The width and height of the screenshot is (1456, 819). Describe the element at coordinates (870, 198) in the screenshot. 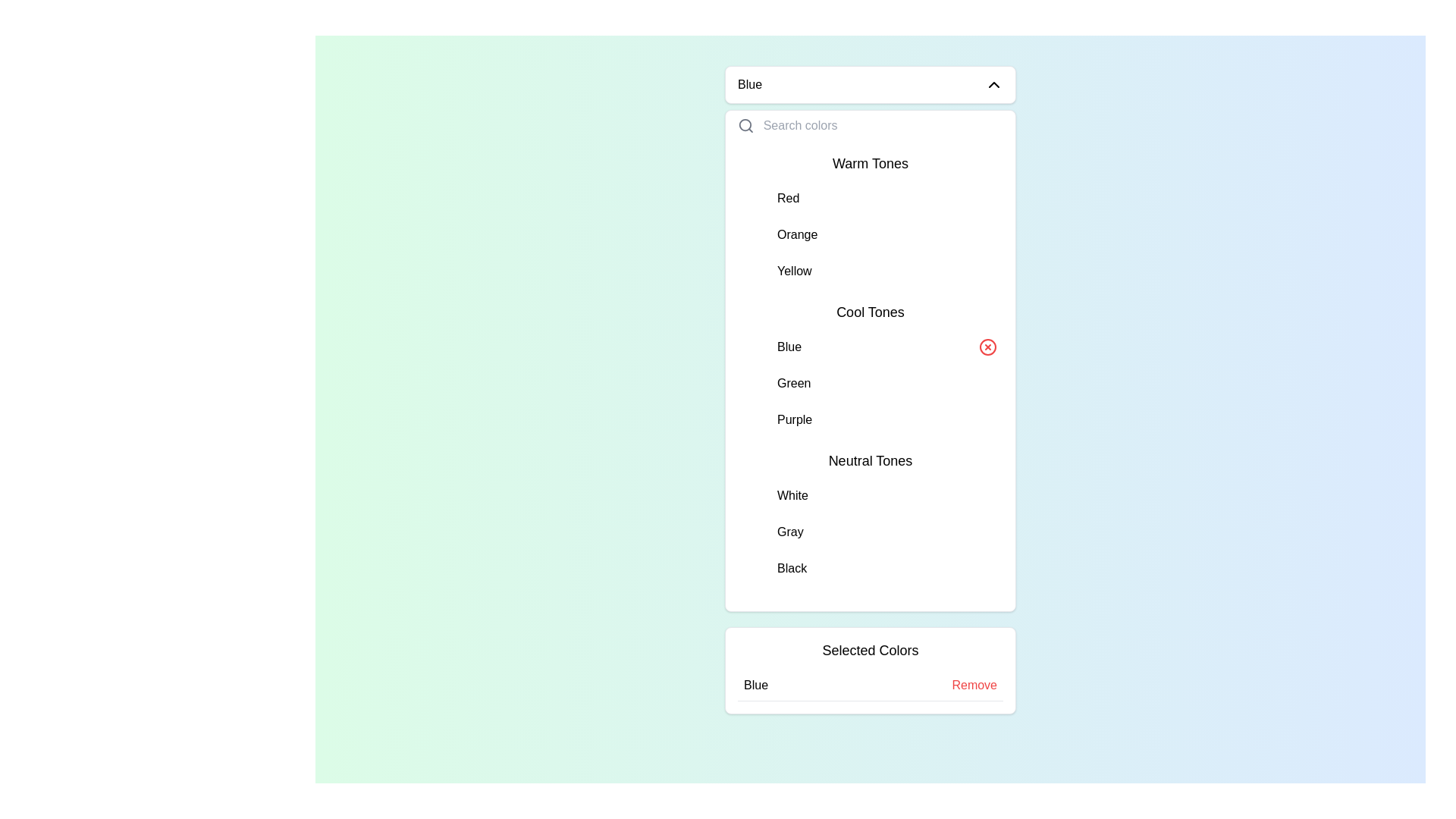

I see `the first selectable option in the 'Warm Tones' list that represents the color red` at that location.